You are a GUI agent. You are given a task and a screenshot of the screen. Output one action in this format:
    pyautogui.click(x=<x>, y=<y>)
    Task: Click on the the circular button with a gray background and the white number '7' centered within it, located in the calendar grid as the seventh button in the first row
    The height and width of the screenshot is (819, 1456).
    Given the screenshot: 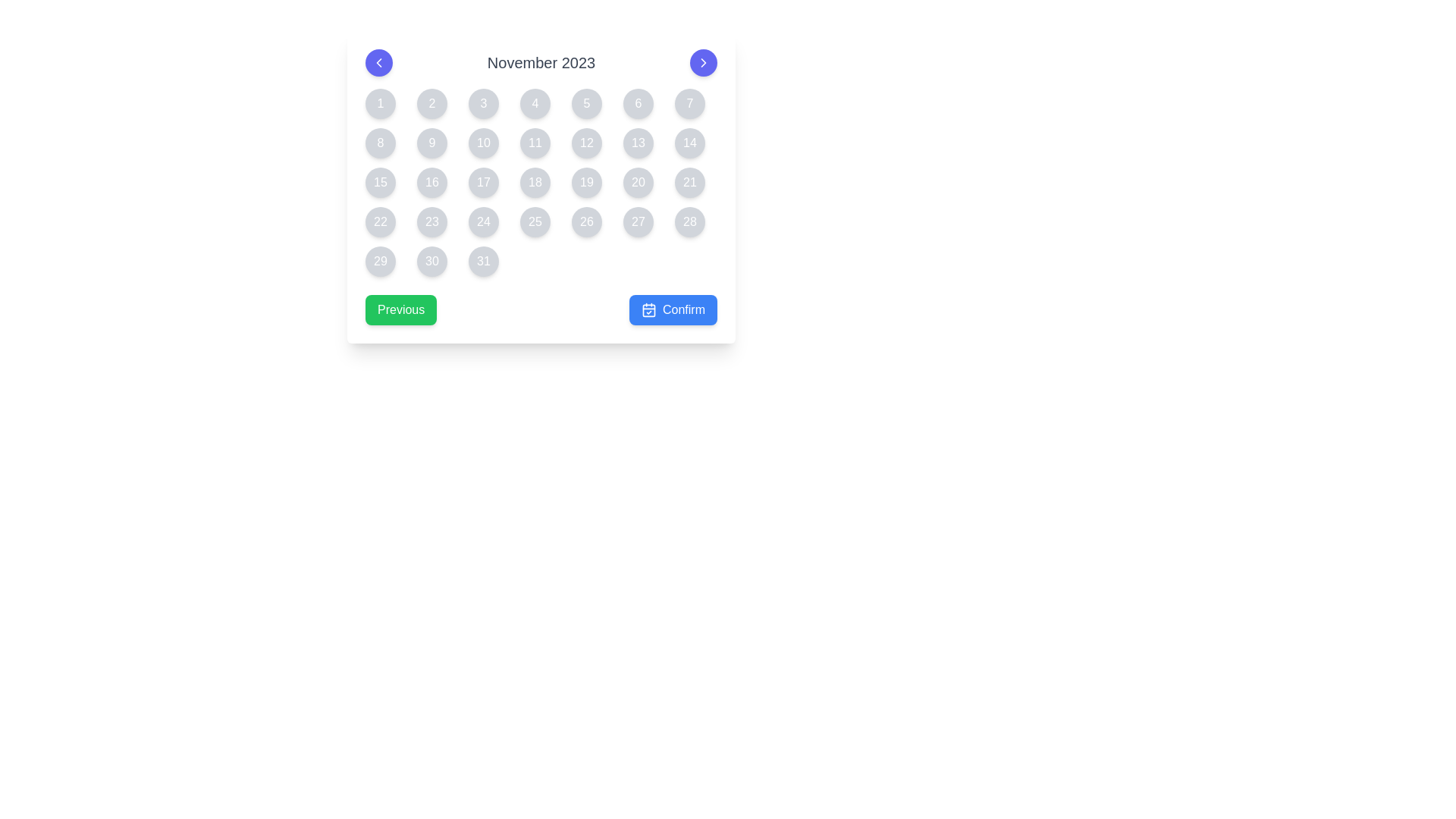 What is the action you would take?
    pyautogui.click(x=689, y=103)
    